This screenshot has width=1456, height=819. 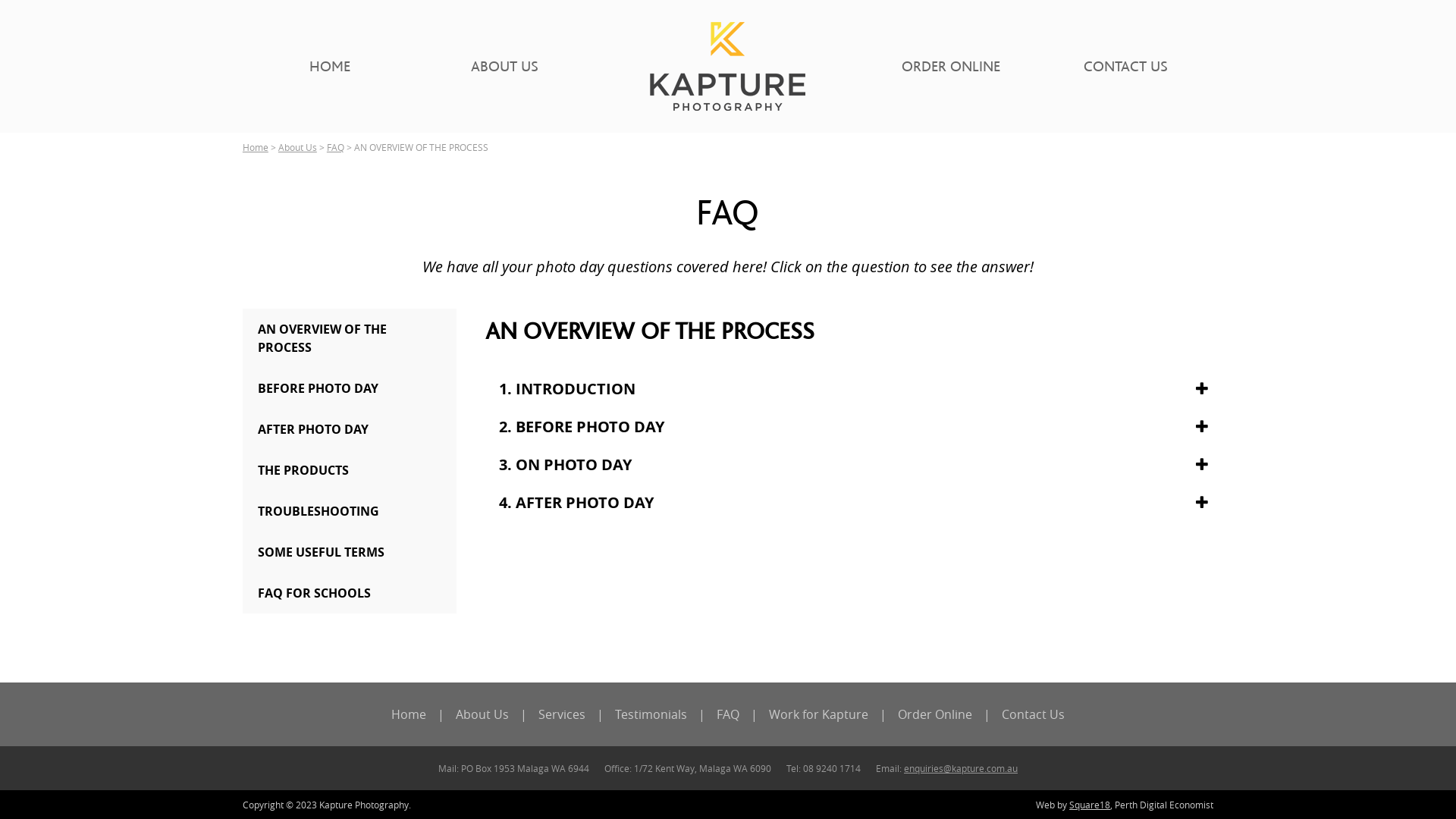 I want to click on 'TROUBLESHOOTING', so click(x=348, y=511).